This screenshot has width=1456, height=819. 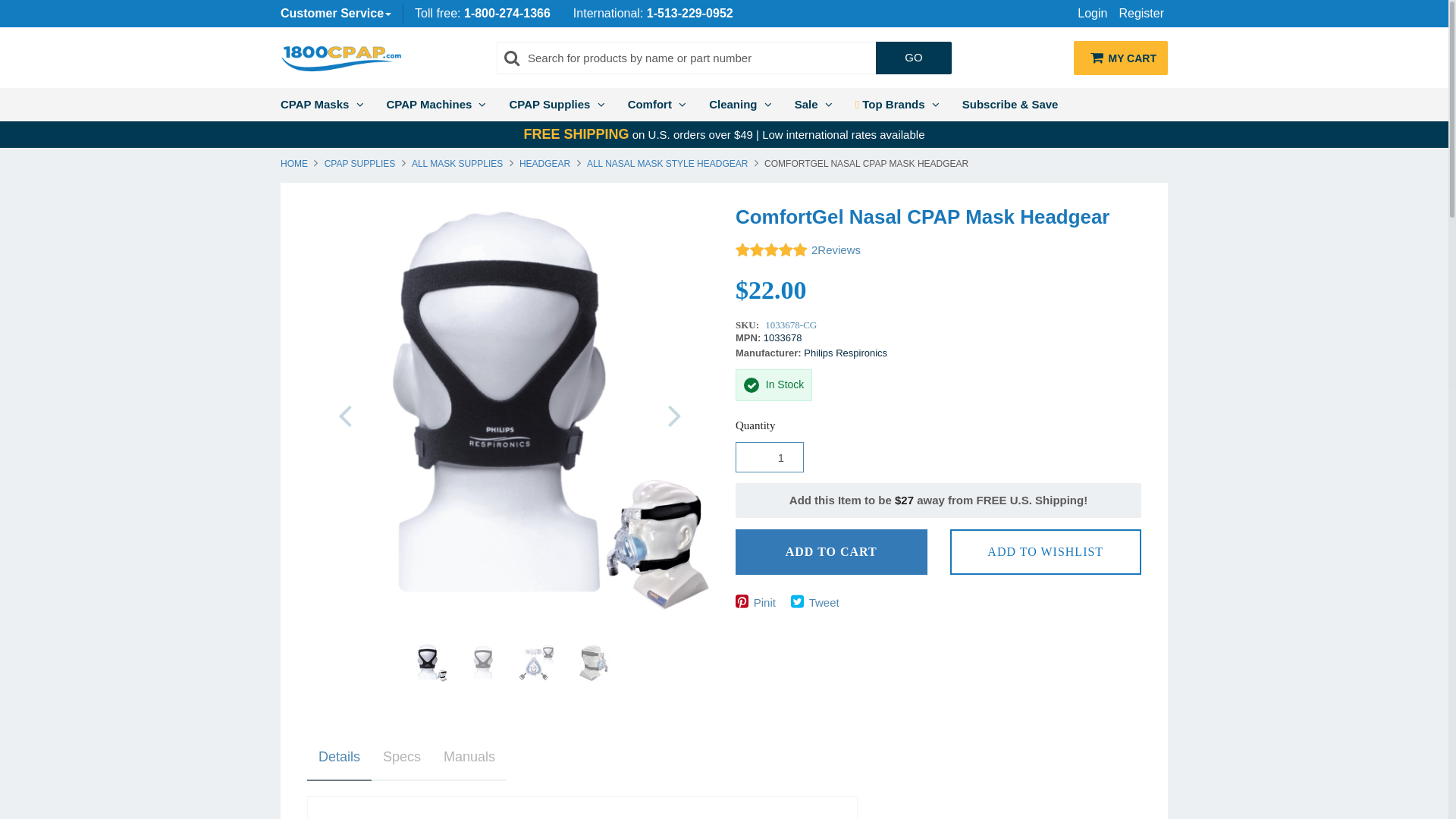 What do you see at coordinates (401, 758) in the screenshot?
I see `'Specs'` at bounding box center [401, 758].